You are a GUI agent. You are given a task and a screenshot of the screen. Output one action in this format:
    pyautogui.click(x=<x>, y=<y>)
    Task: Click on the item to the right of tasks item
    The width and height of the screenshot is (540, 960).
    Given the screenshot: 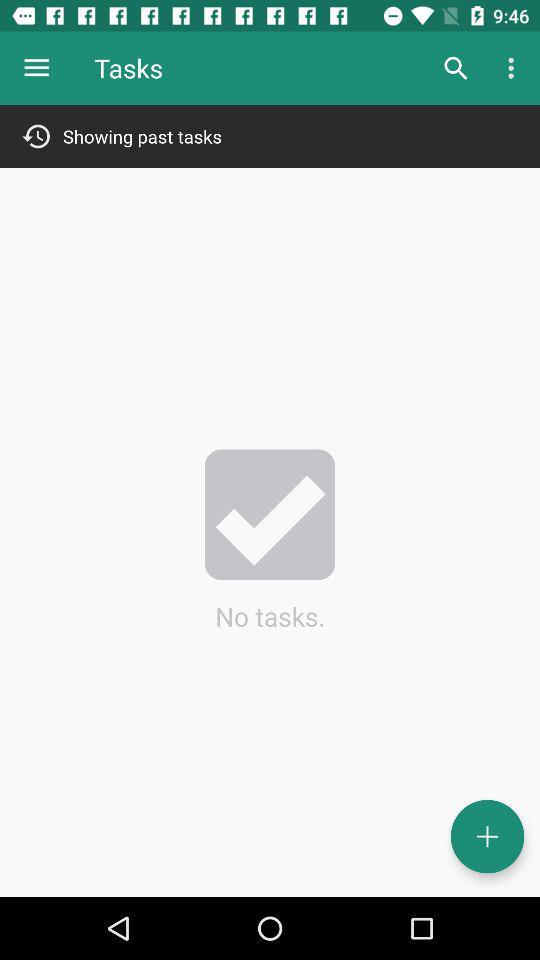 What is the action you would take?
    pyautogui.click(x=455, y=68)
    